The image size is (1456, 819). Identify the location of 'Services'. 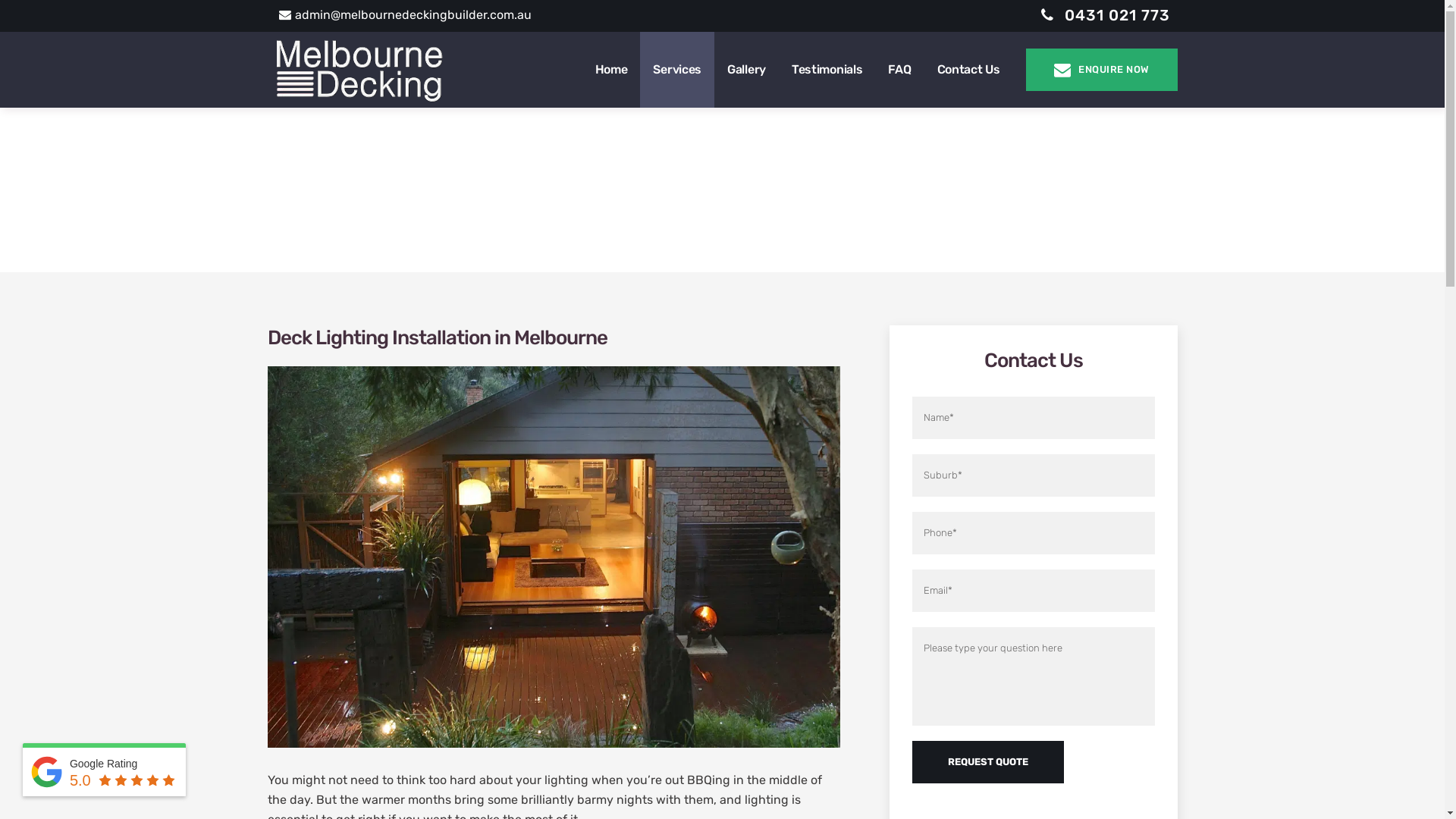
(676, 70).